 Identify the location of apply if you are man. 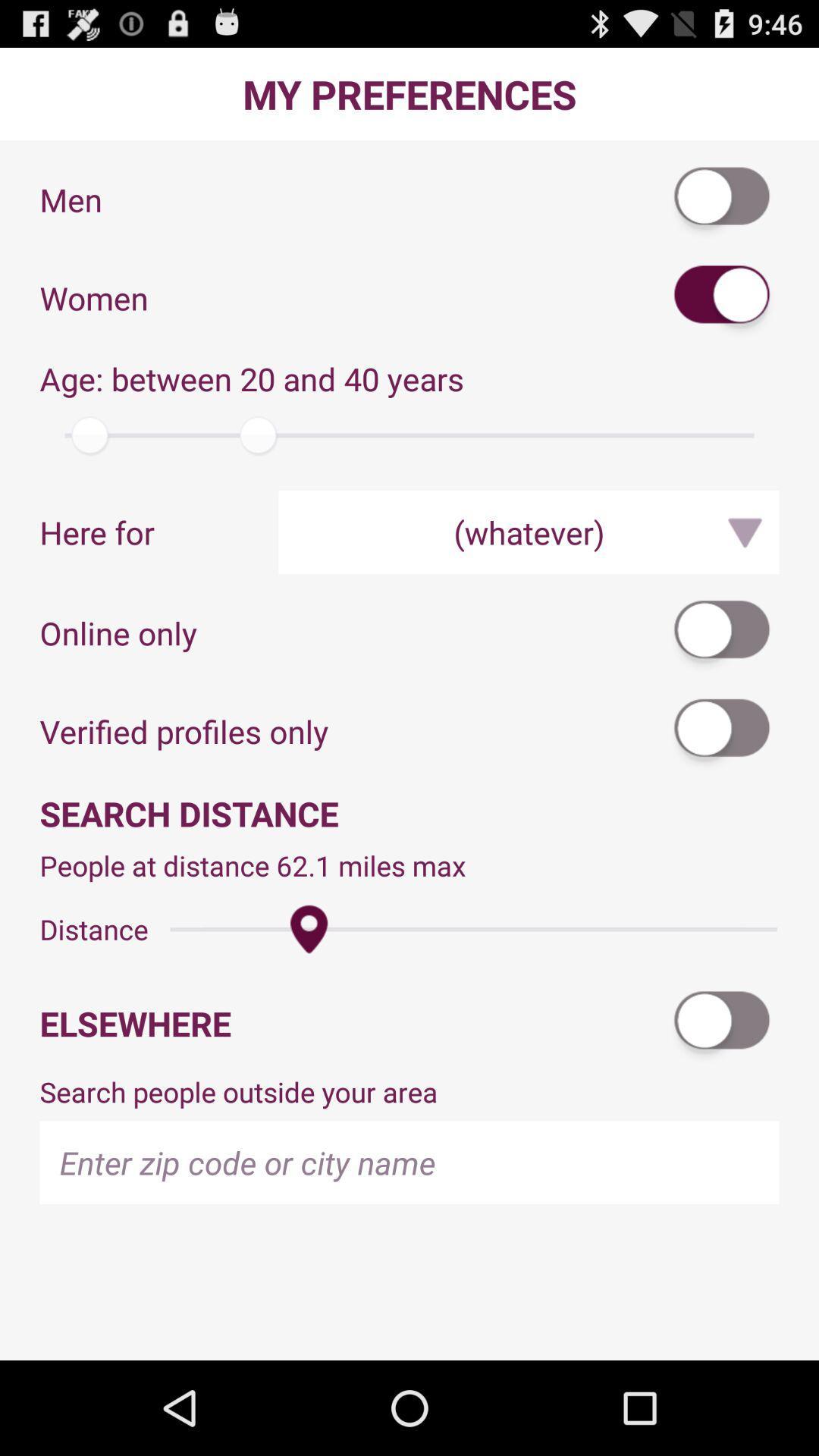
(722, 199).